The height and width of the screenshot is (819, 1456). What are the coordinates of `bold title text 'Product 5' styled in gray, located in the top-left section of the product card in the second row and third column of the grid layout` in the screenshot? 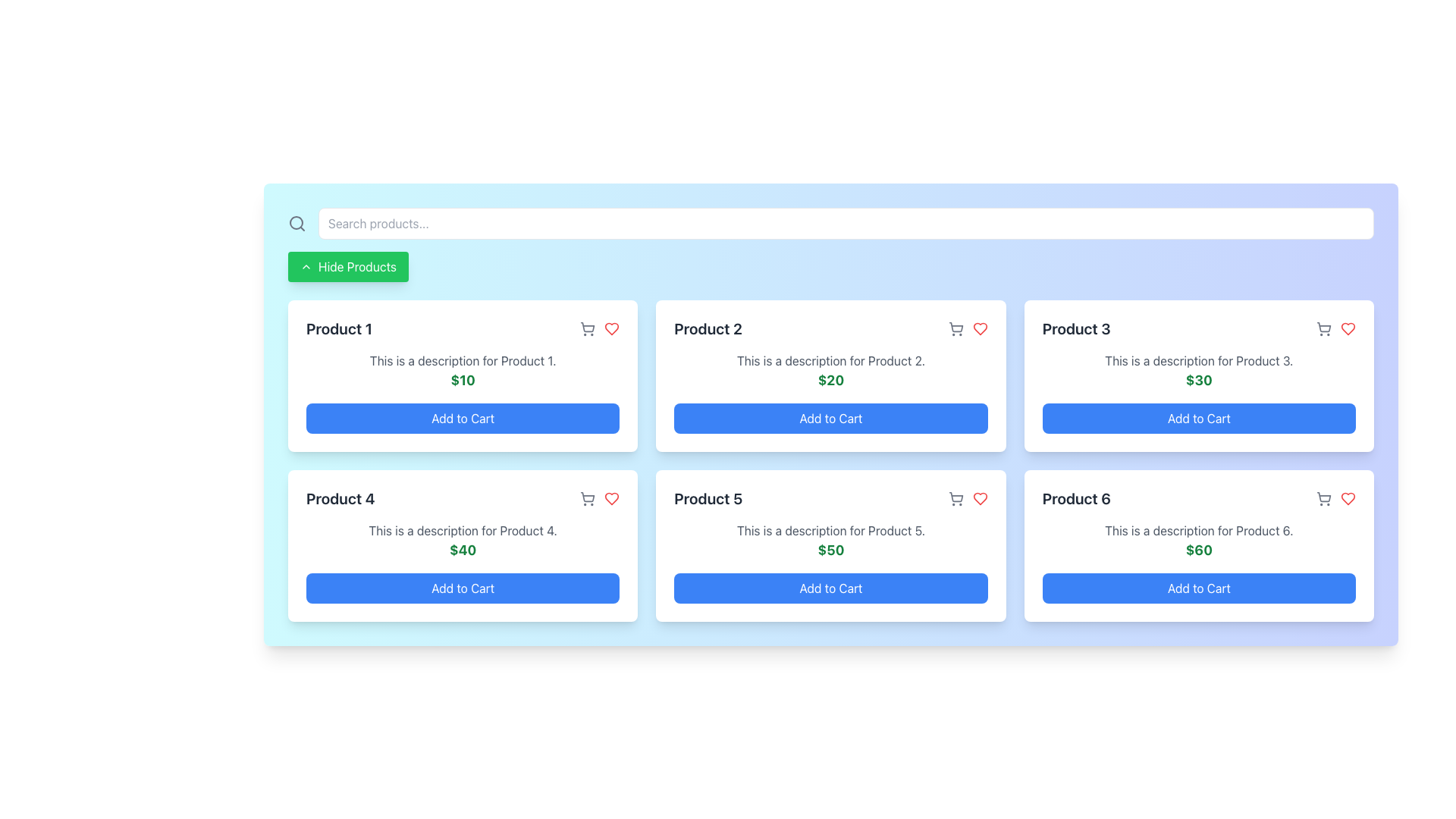 It's located at (708, 499).